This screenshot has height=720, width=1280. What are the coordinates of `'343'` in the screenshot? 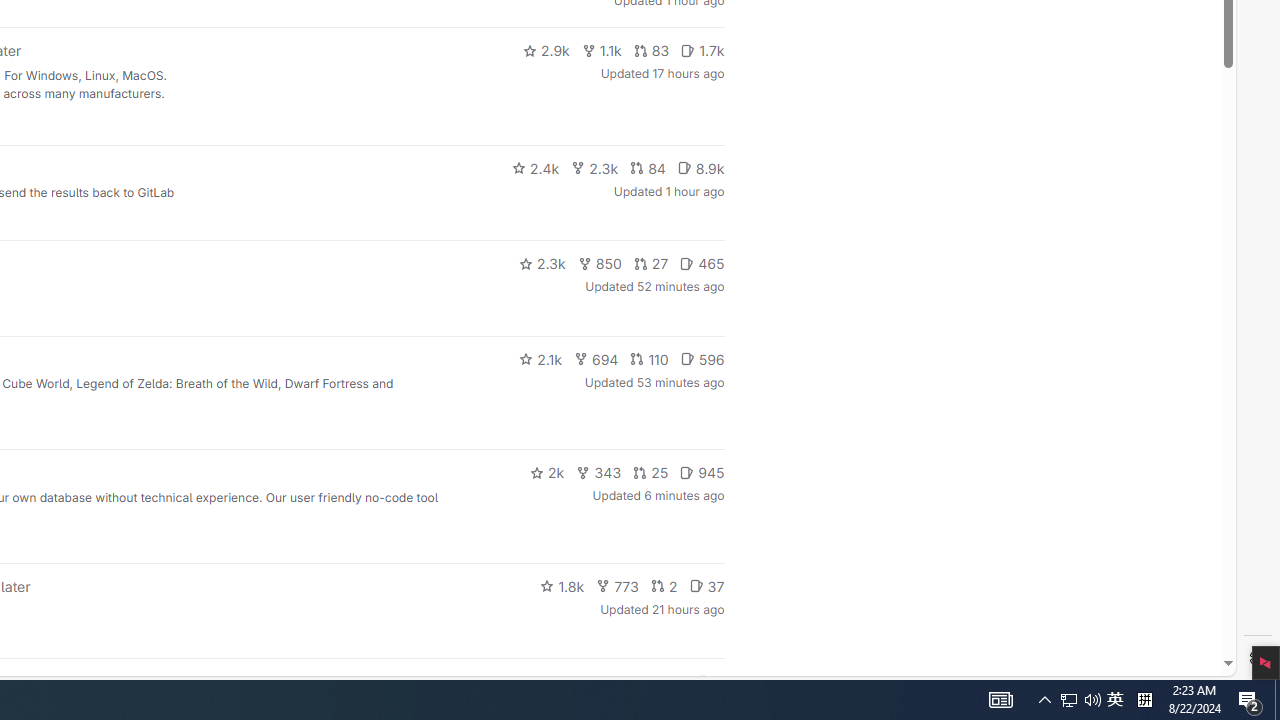 It's located at (598, 473).